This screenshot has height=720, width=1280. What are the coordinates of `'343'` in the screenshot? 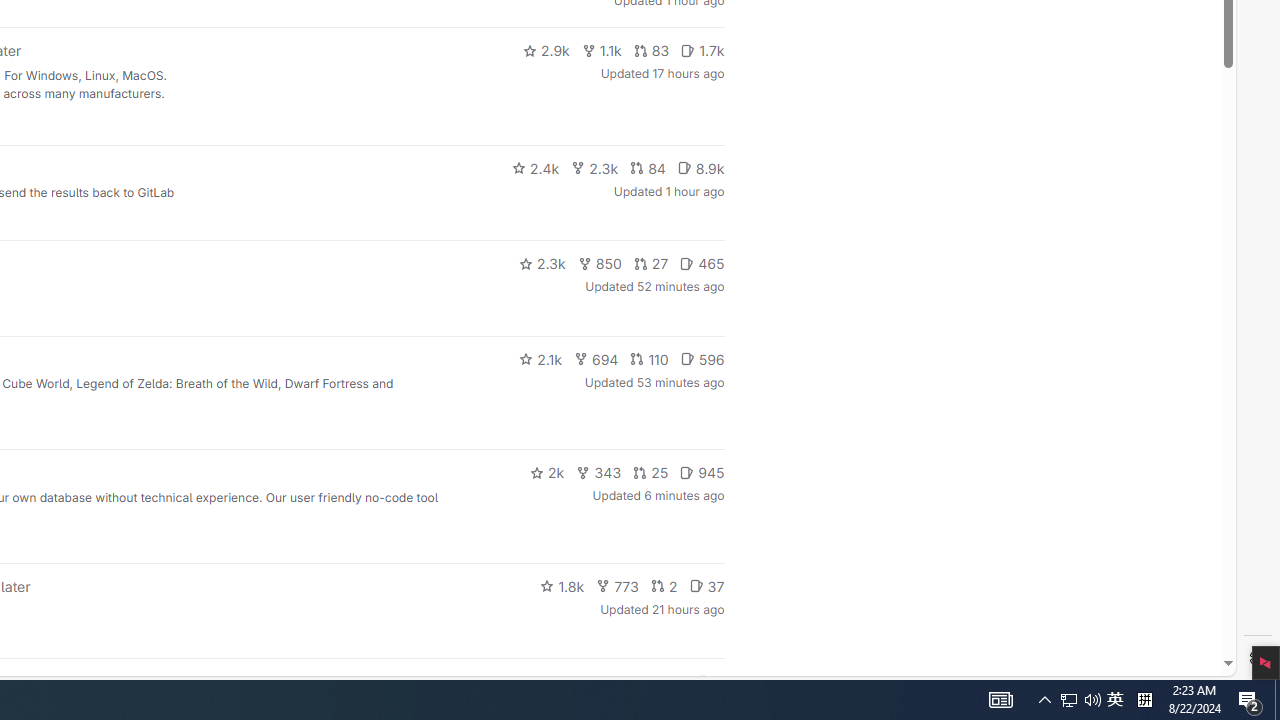 It's located at (598, 473).